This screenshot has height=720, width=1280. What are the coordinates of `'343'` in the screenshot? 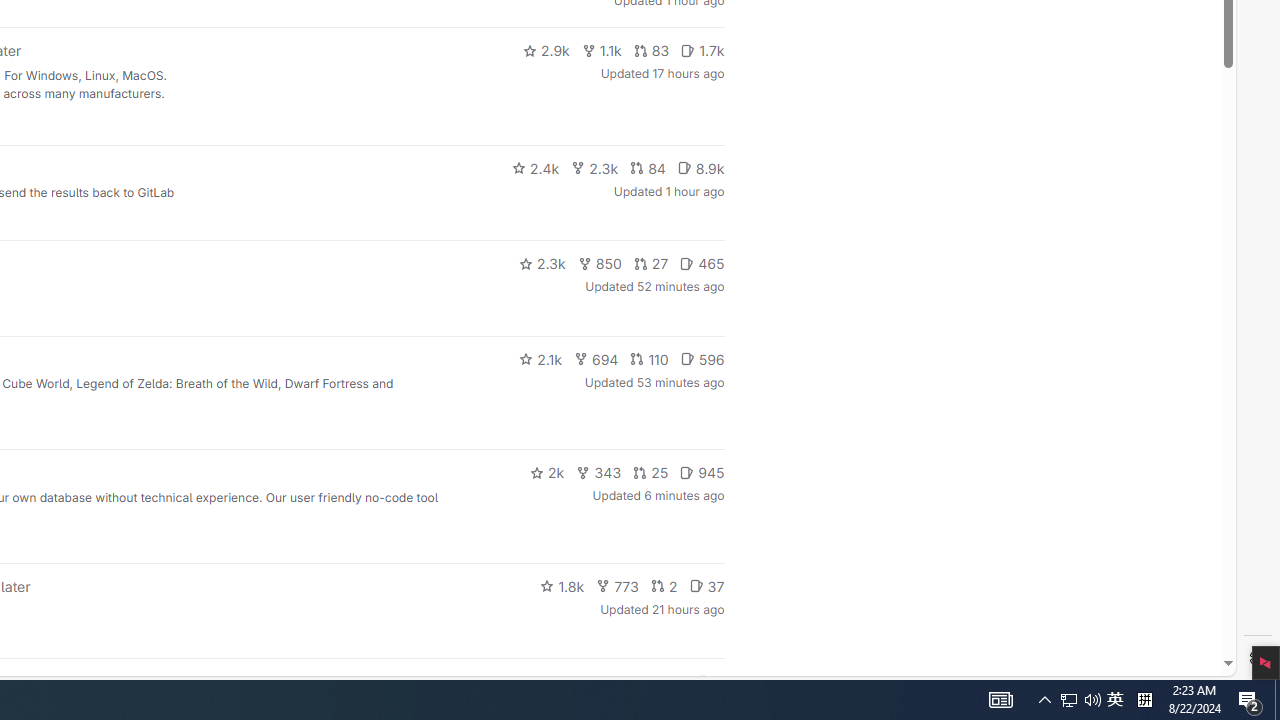 It's located at (598, 473).